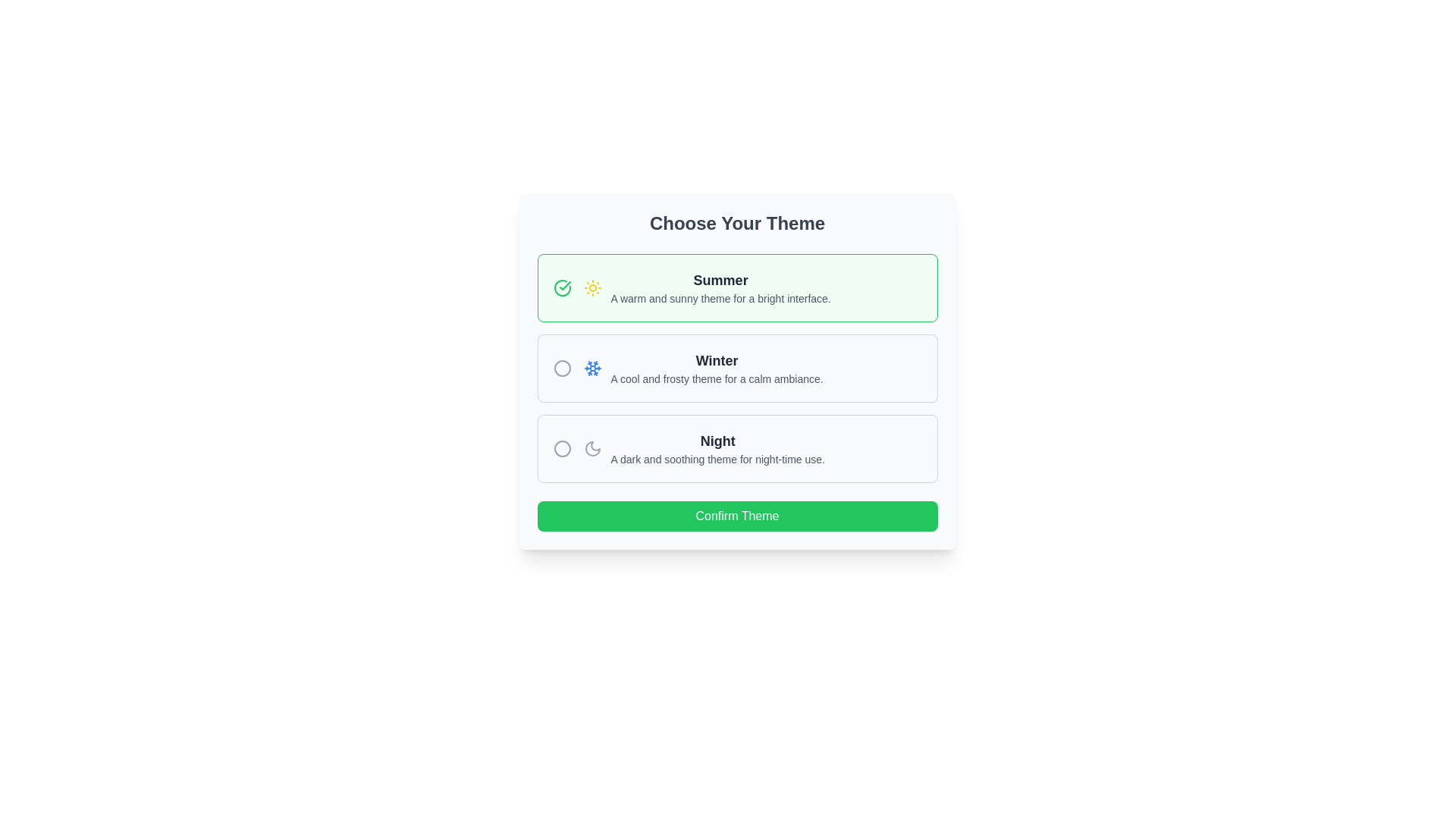 The height and width of the screenshot is (819, 1456). Describe the element at coordinates (716, 378) in the screenshot. I see `text description 'A cool and frosty theme for a calm ambiance.' located below the 'Winter' title in the theme selection box` at that location.